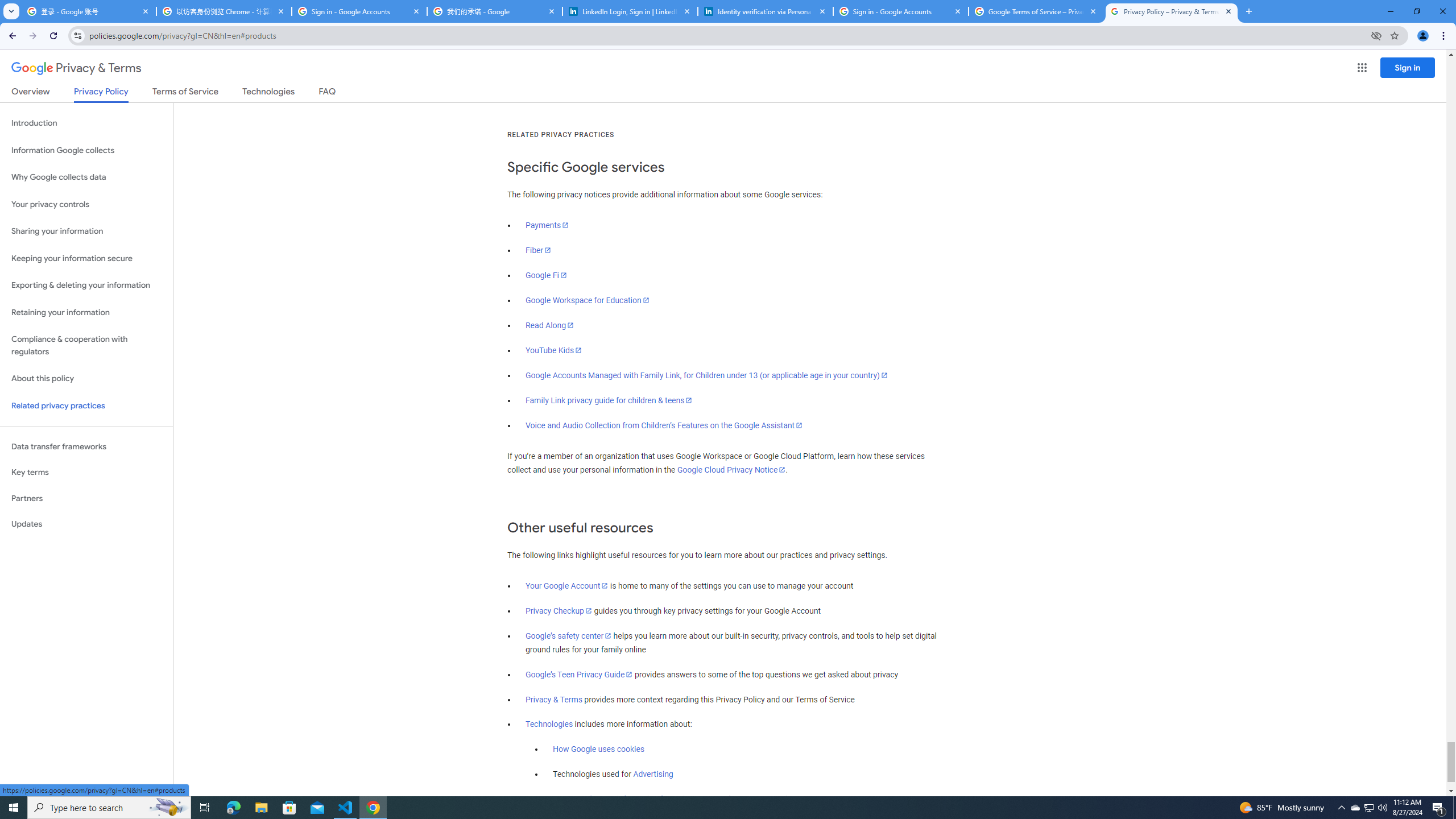 The image size is (1456, 819). Describe the element at coordinates (549, 324) in the screenshot. I see `'Read Along'` at that location.